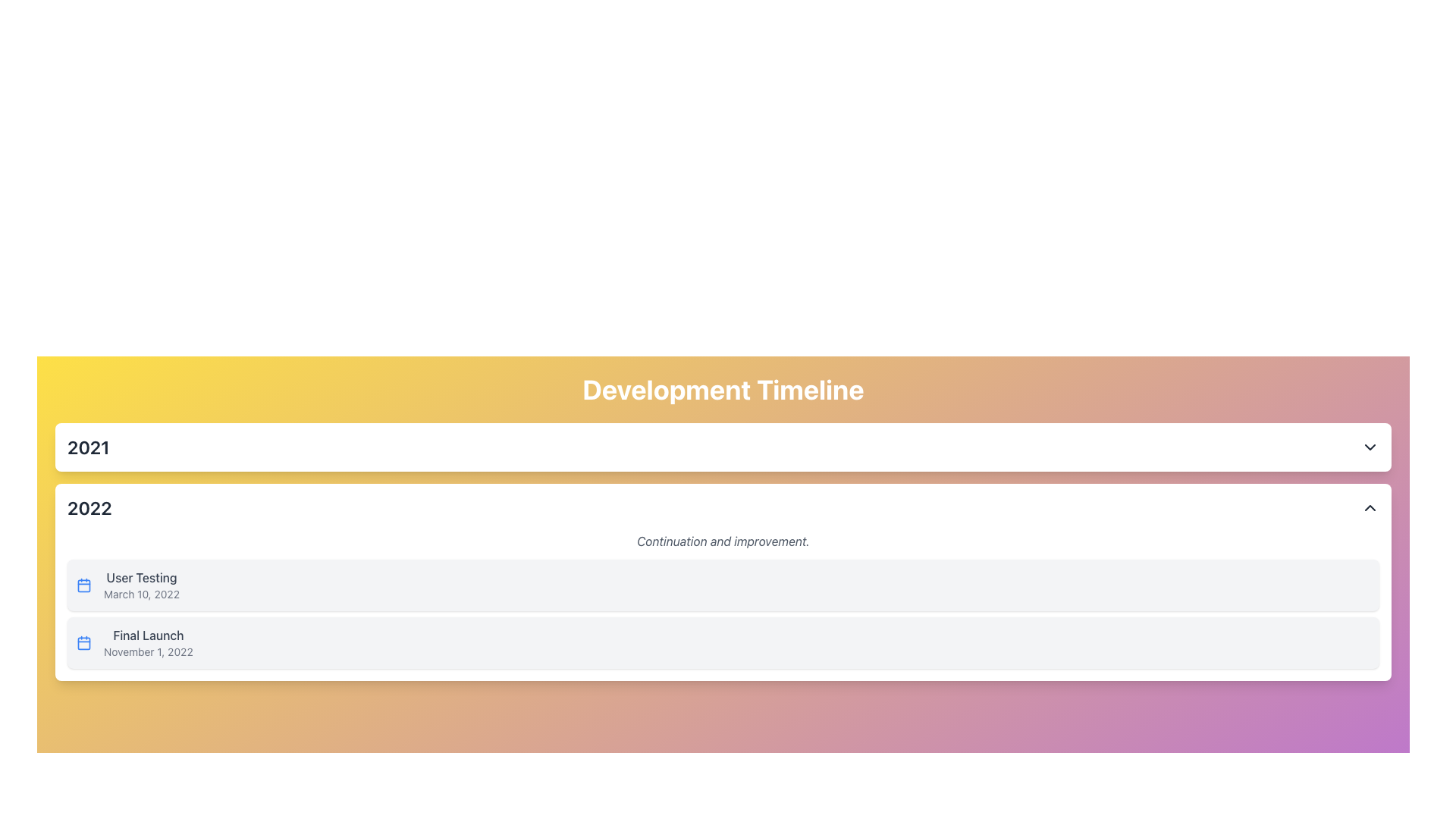  What do you see at coordinates (723, 643) in the screenshot?
I see `the Information Card that provides details about the 'Final Launch' event, which is the second entry in the vertical stack and appears below the 'User Testing' block` at bounding box center [723, 643].